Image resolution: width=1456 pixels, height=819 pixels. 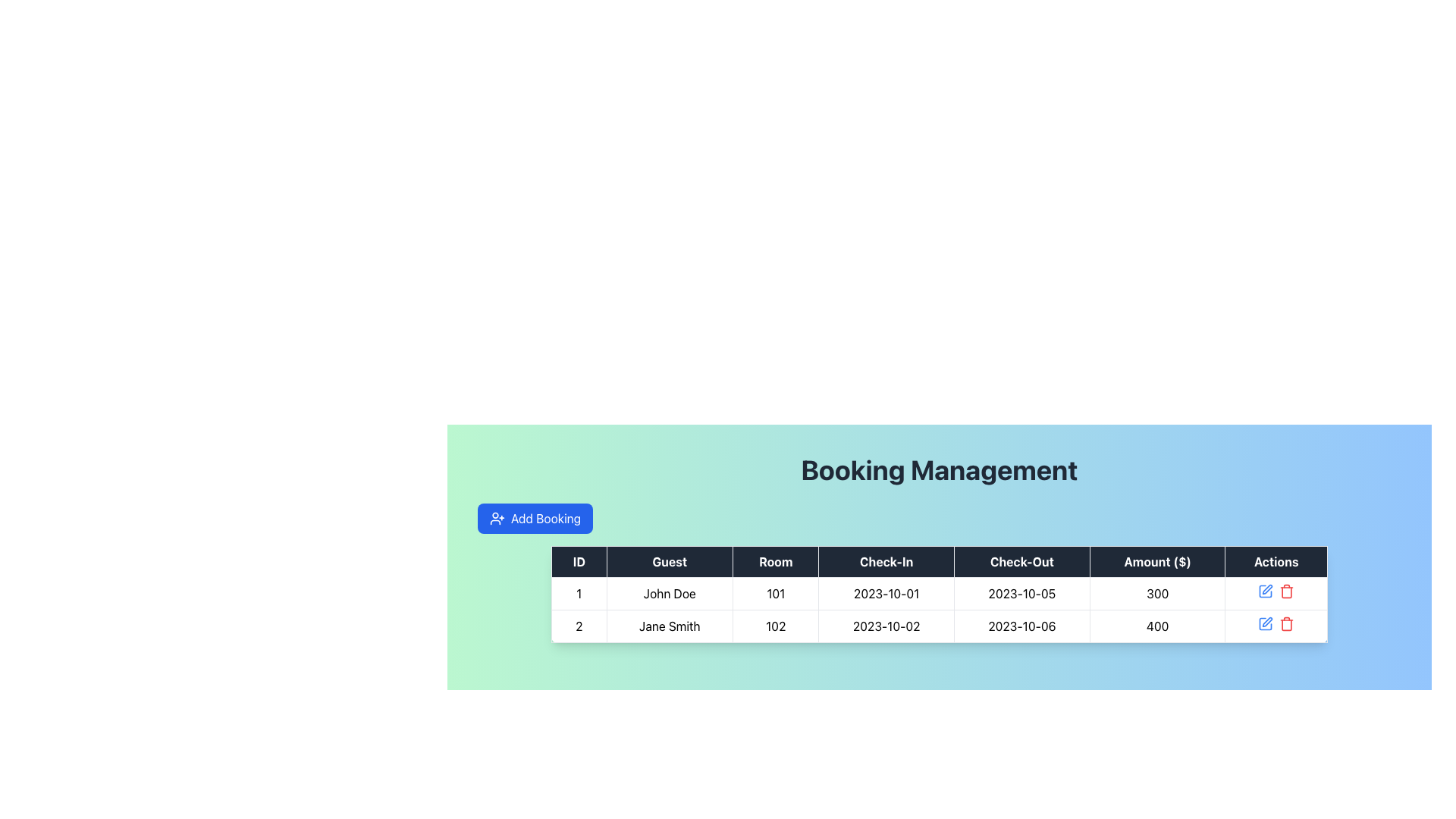 I want to click on the first cell in the second row of the table that displays the numerical identifier '2' under the 'ID' column header, so click(x=578, y=626).